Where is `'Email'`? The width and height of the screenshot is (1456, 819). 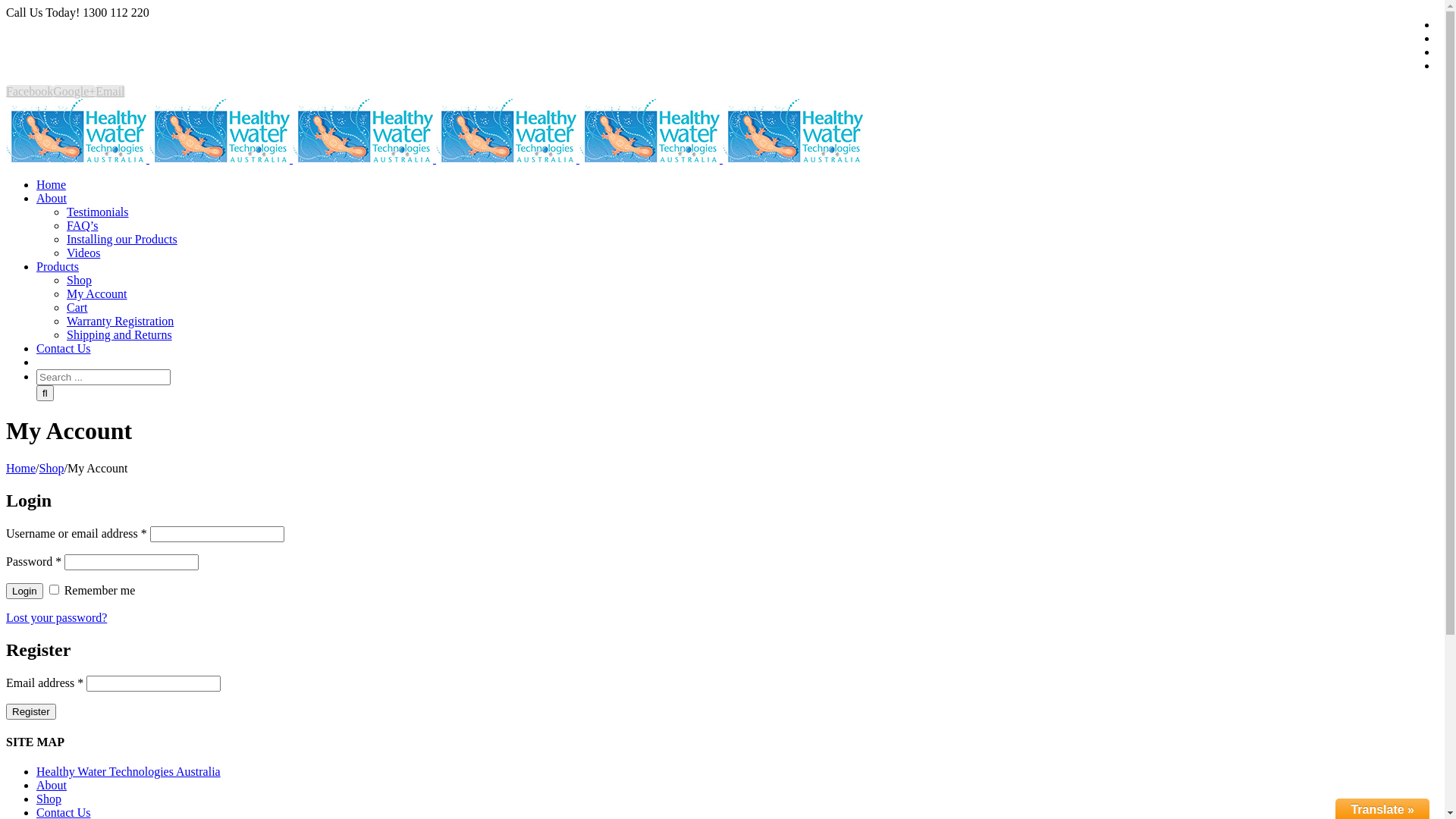 'Email' is located at coordinates (108, 91).